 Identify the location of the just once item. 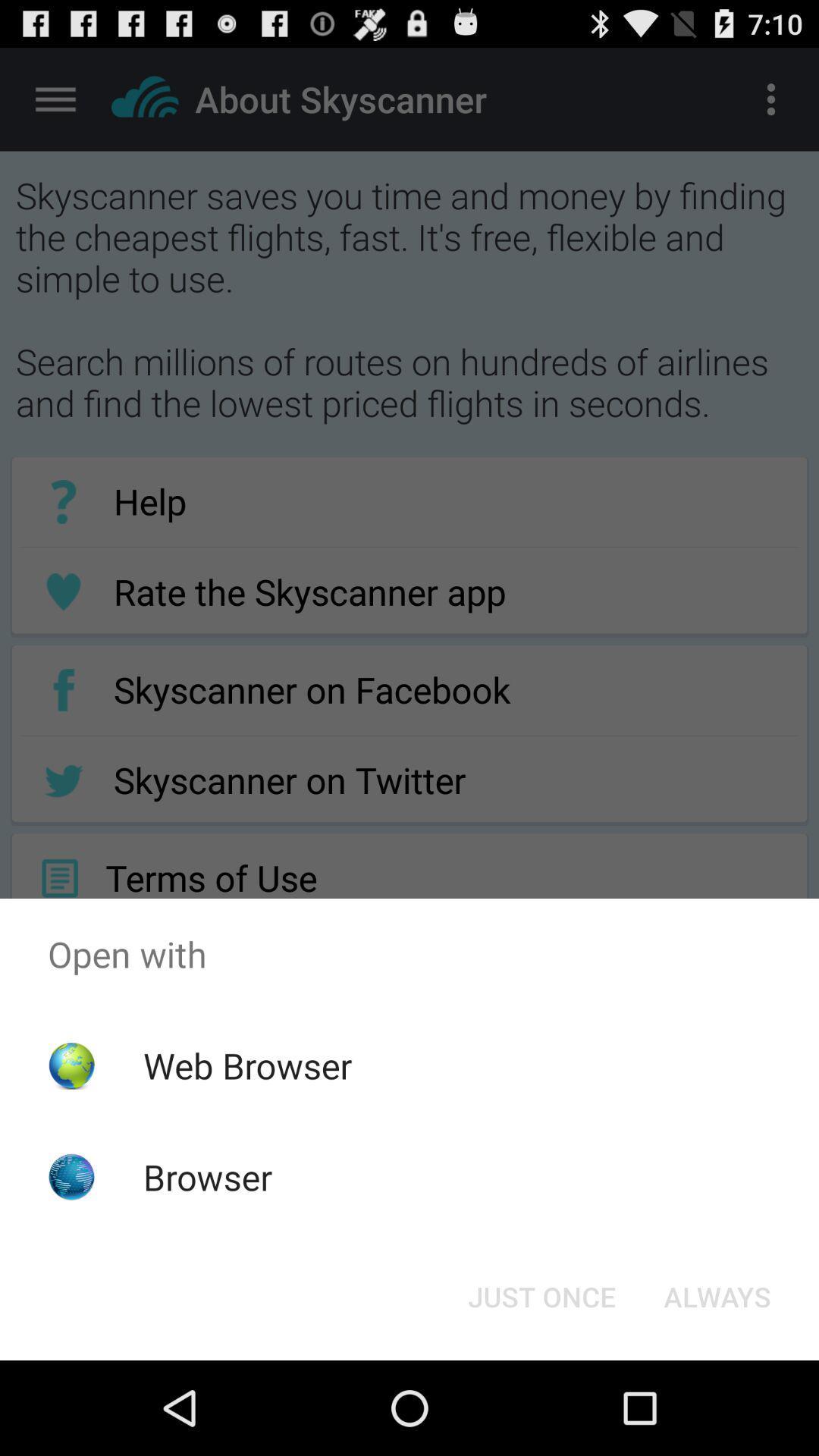
(541, 1295).